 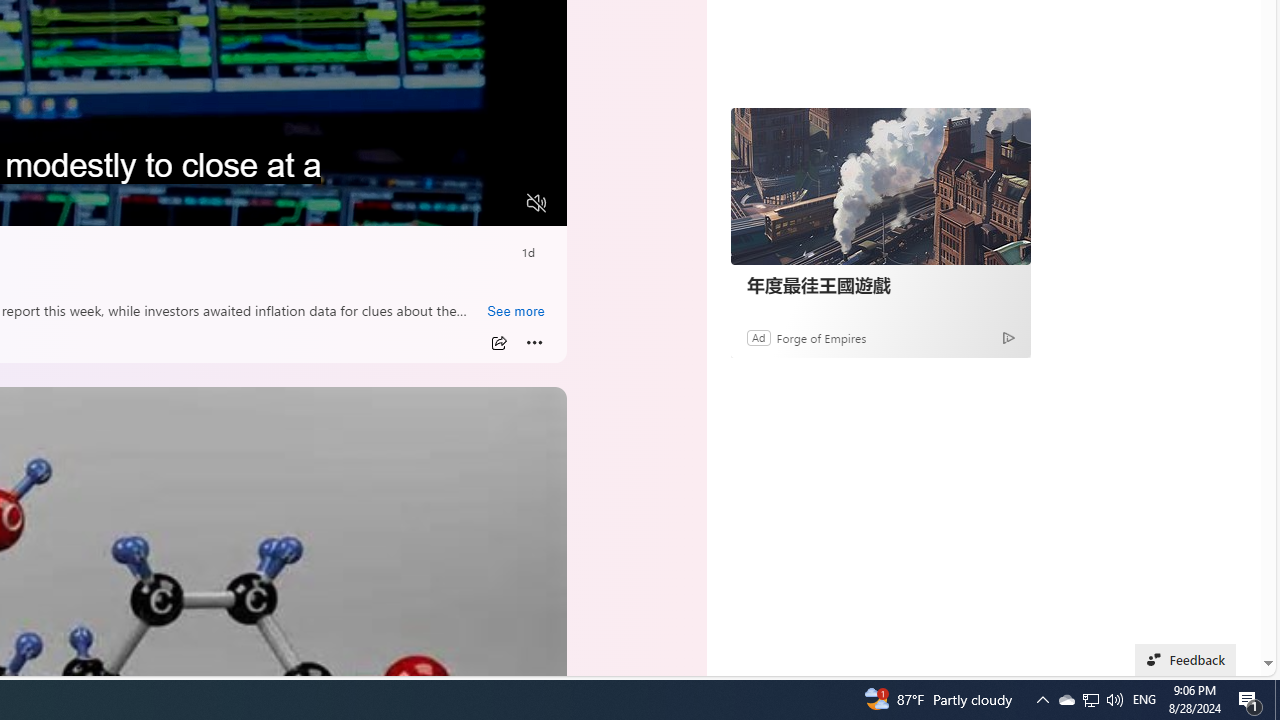 I want to click on 'Share', so click(x=498, y=342).